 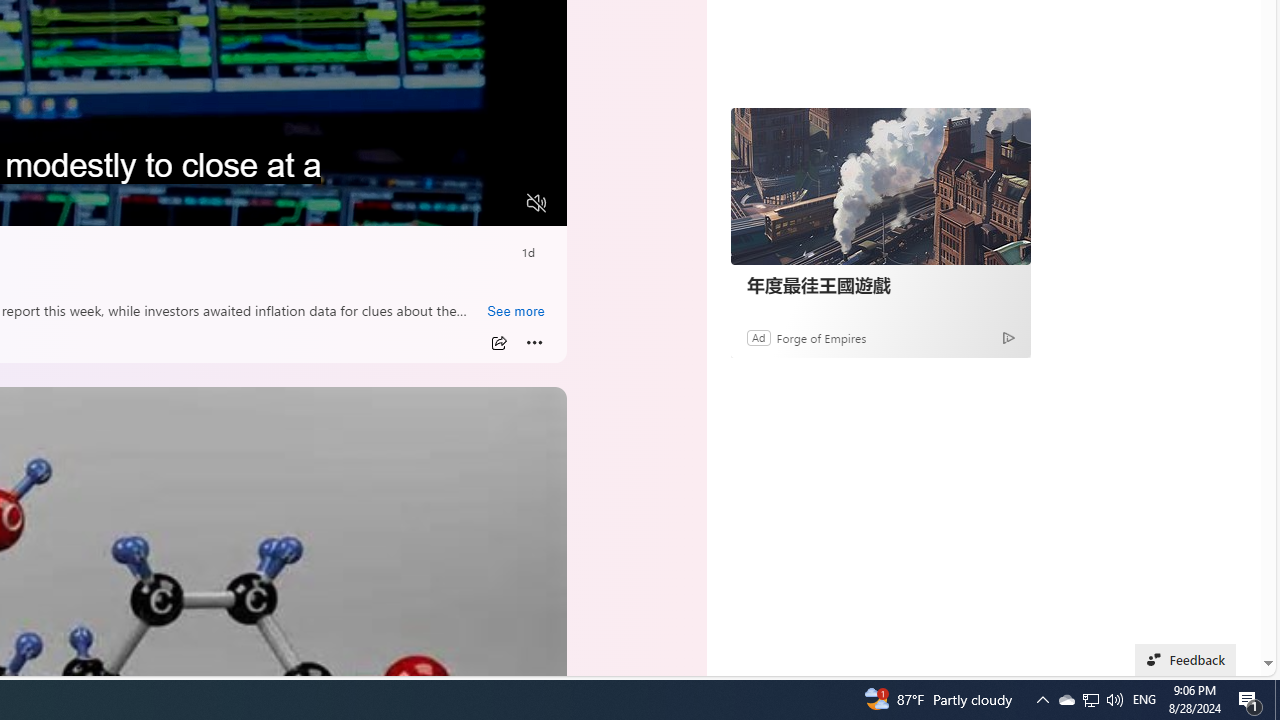 I want to click on 'Share', so click(x=498, y=342).